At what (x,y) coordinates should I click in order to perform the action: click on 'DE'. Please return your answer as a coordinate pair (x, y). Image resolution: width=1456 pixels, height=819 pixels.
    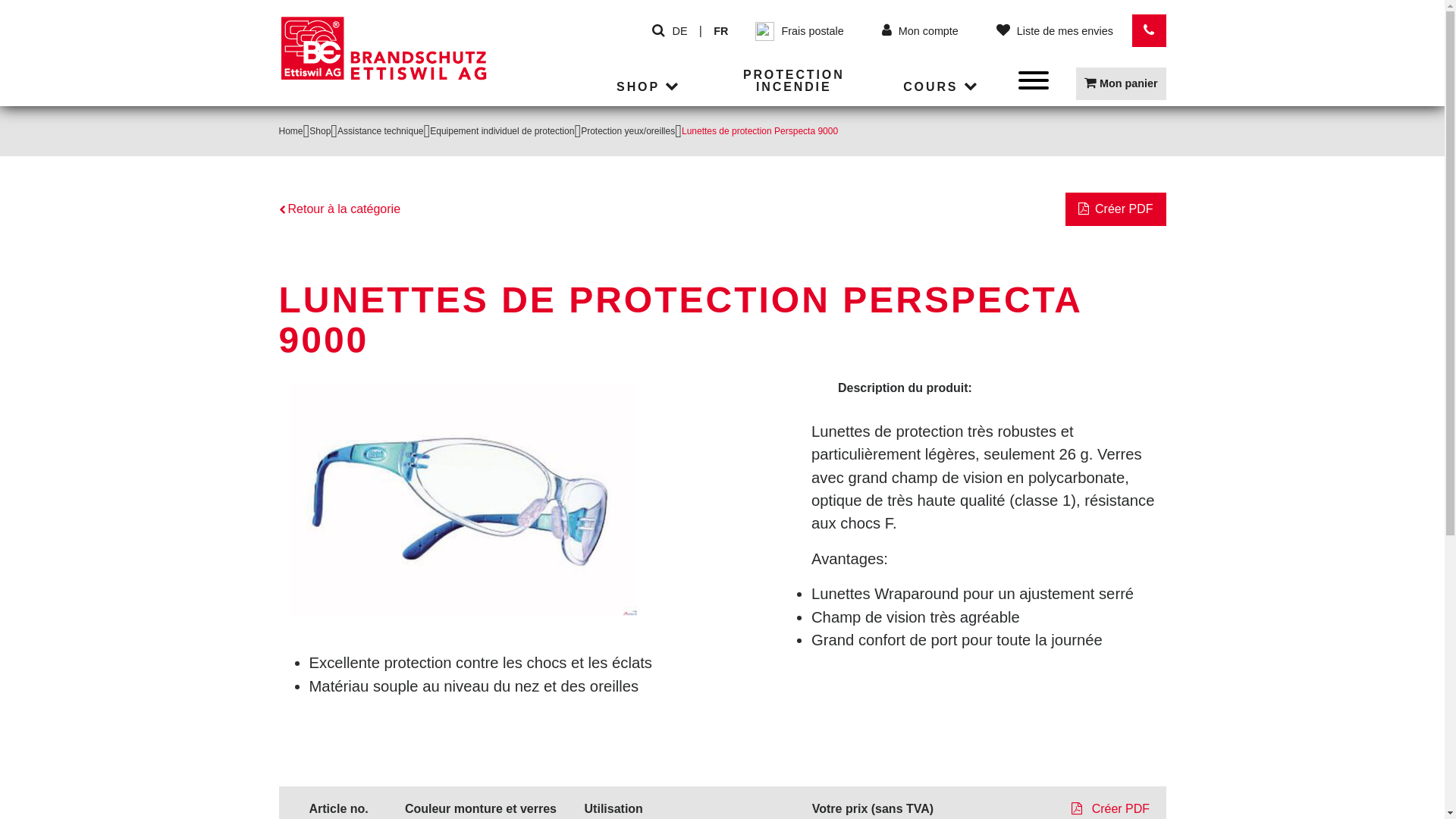
    Looking at the image, I should click on (679, 31).